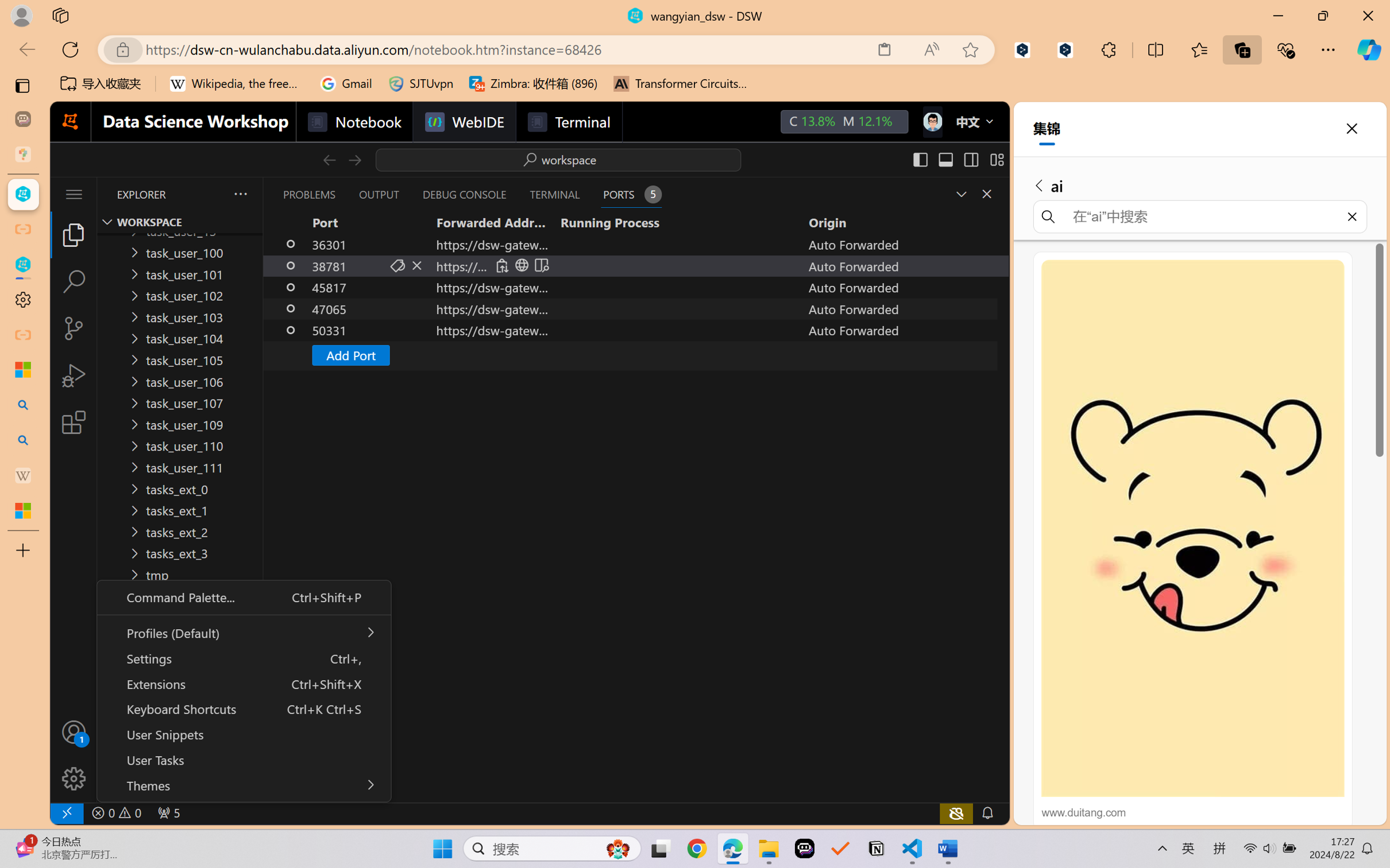  Describe the element at coordinates (329, 159) in the screenshot. I see `'Go Back (Alt+LeftArrow)'` at that location.